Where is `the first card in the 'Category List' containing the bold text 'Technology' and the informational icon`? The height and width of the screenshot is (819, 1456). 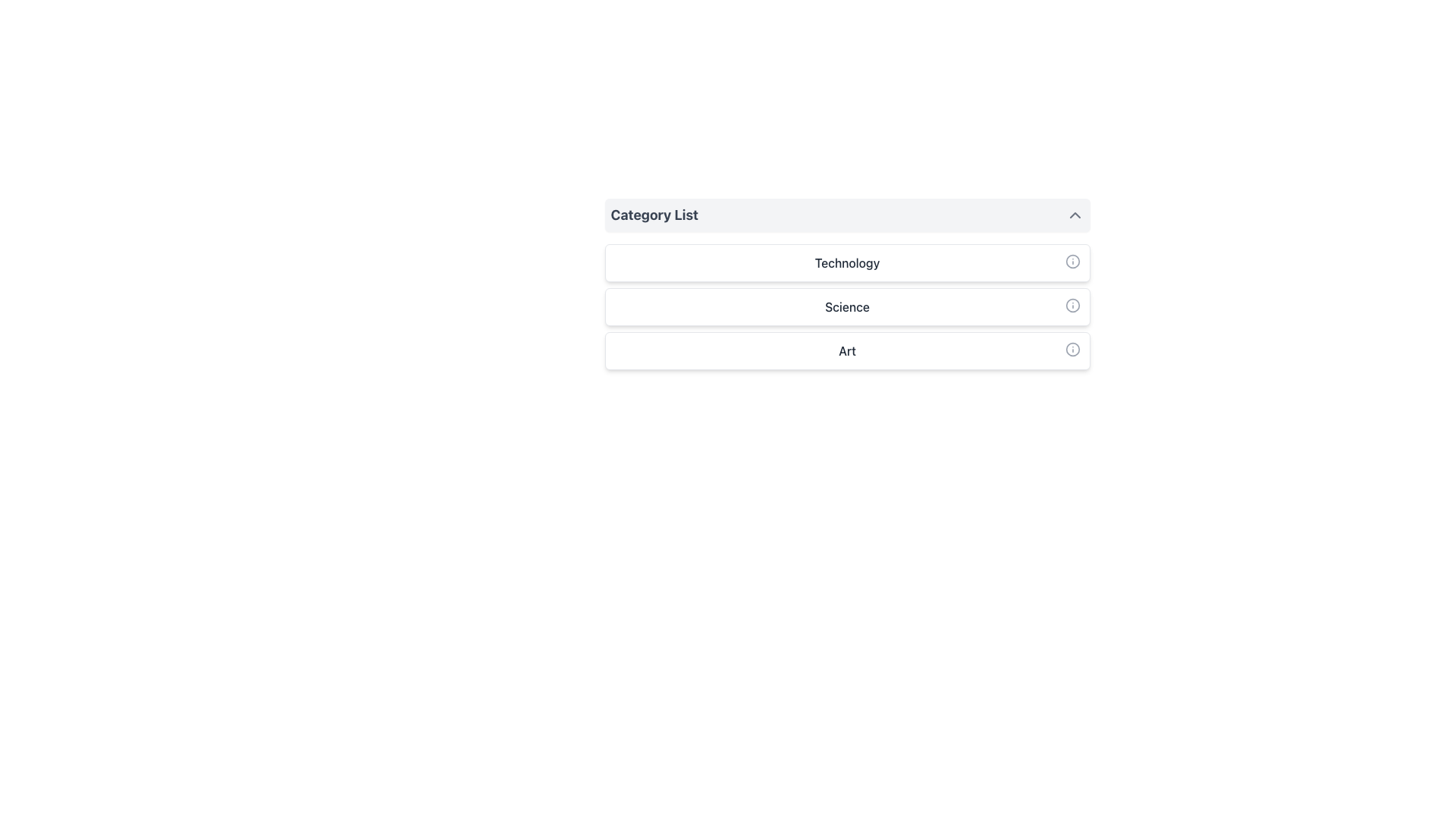 the first card in the 'Category List' containing the bold text 'Technology' and the informational icon is located at coordinates (846, 262).